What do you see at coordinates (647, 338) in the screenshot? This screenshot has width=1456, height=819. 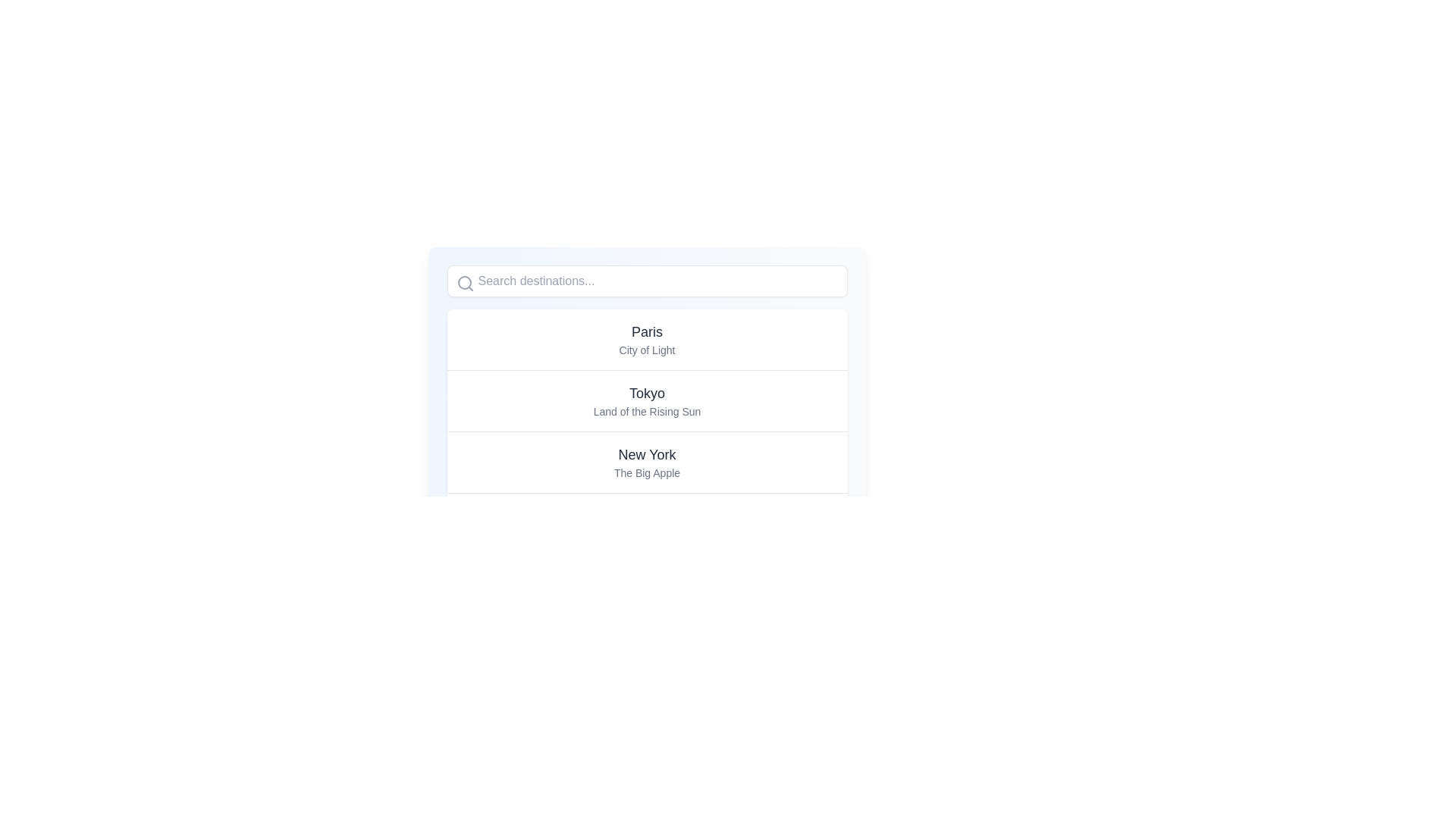 I see `the first clickable list item representing the city 'Paris'` at bounding box center [647, 338].